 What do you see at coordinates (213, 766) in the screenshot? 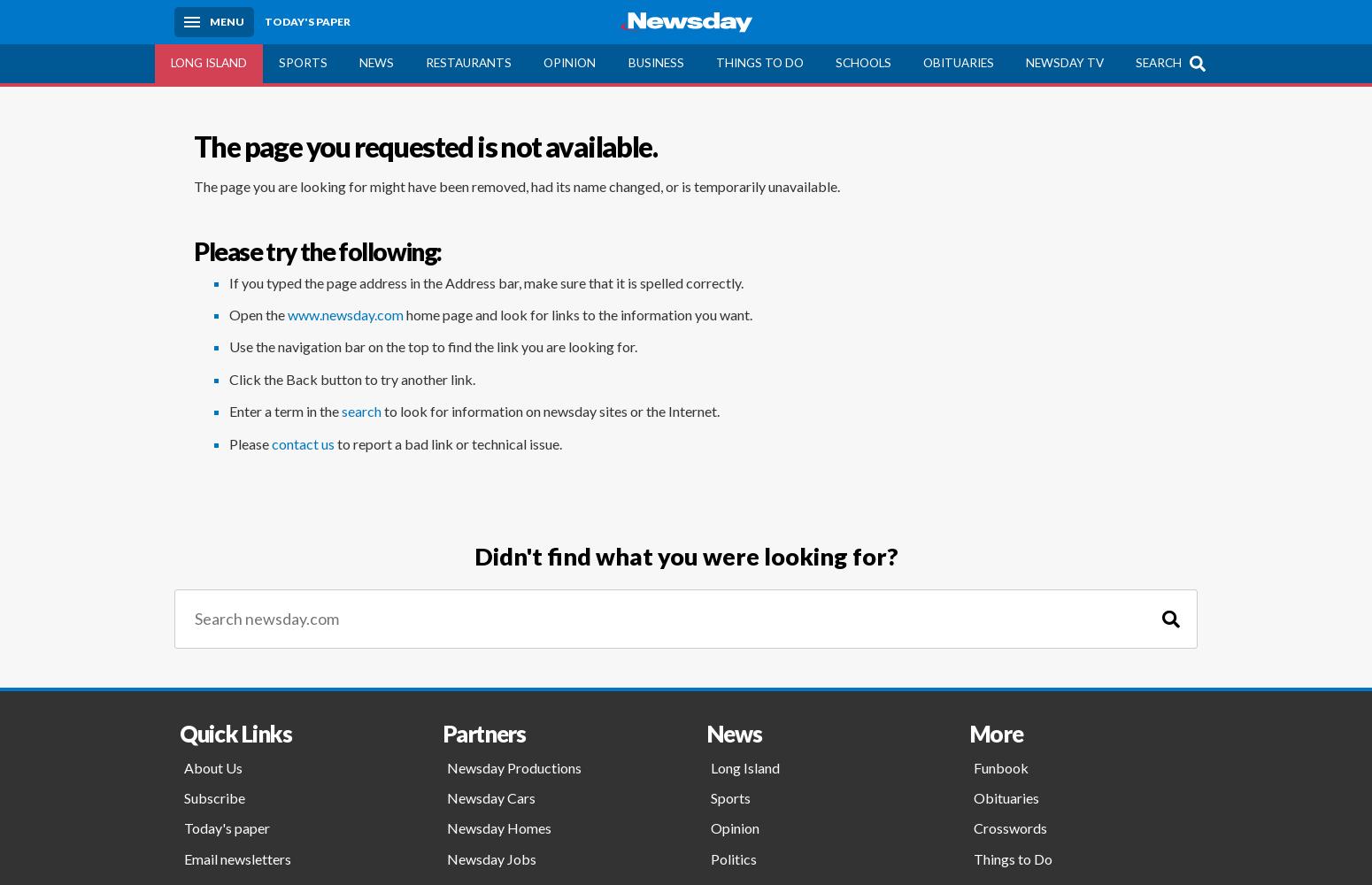
I see `'About Us'` at bounding box center [213, 766].